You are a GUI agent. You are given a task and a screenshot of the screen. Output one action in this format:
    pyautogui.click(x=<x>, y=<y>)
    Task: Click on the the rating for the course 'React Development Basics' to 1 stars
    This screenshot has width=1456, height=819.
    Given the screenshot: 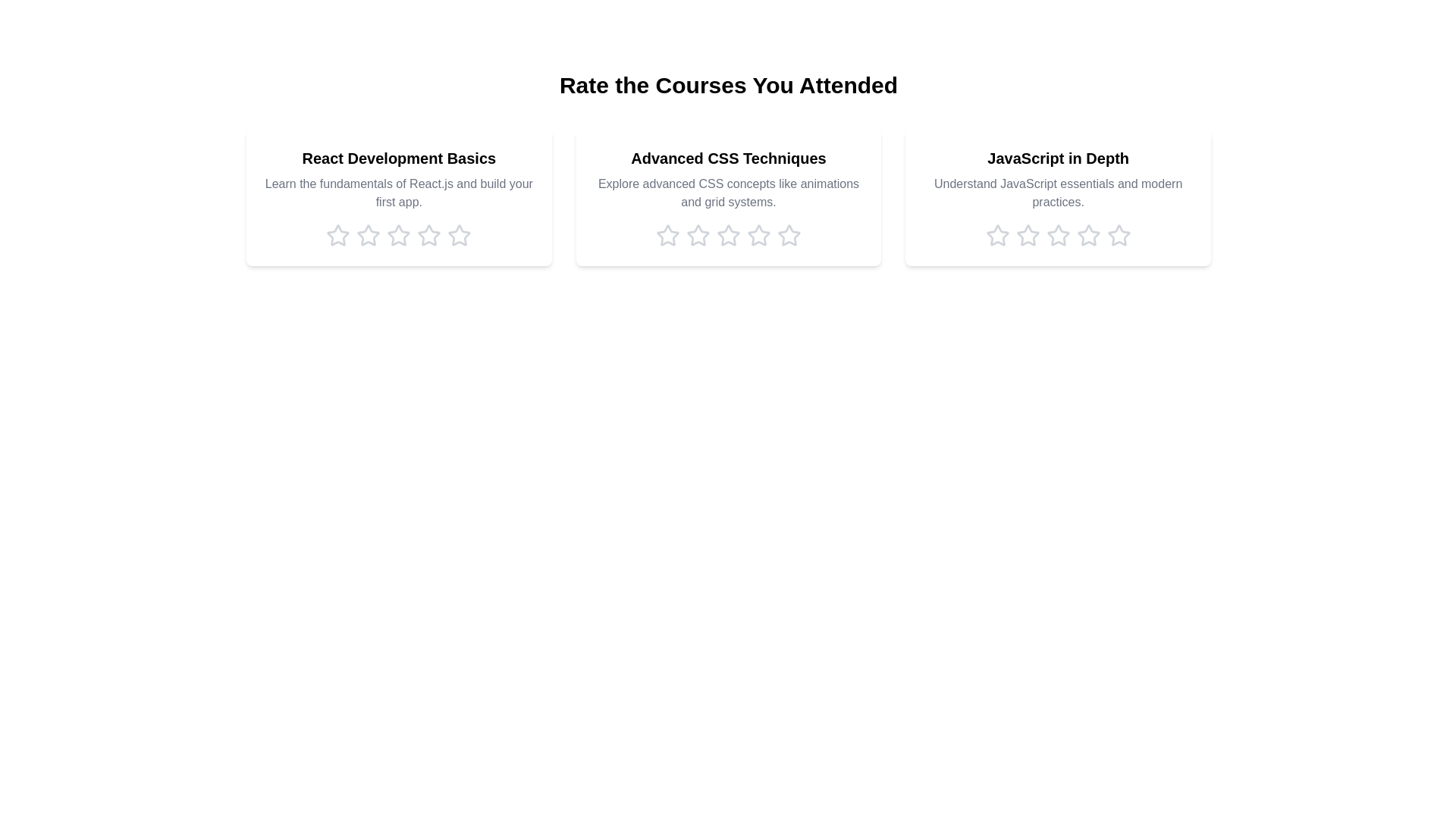 What is the action you would take?
    pyautogui.click(x=337, y=236)
    